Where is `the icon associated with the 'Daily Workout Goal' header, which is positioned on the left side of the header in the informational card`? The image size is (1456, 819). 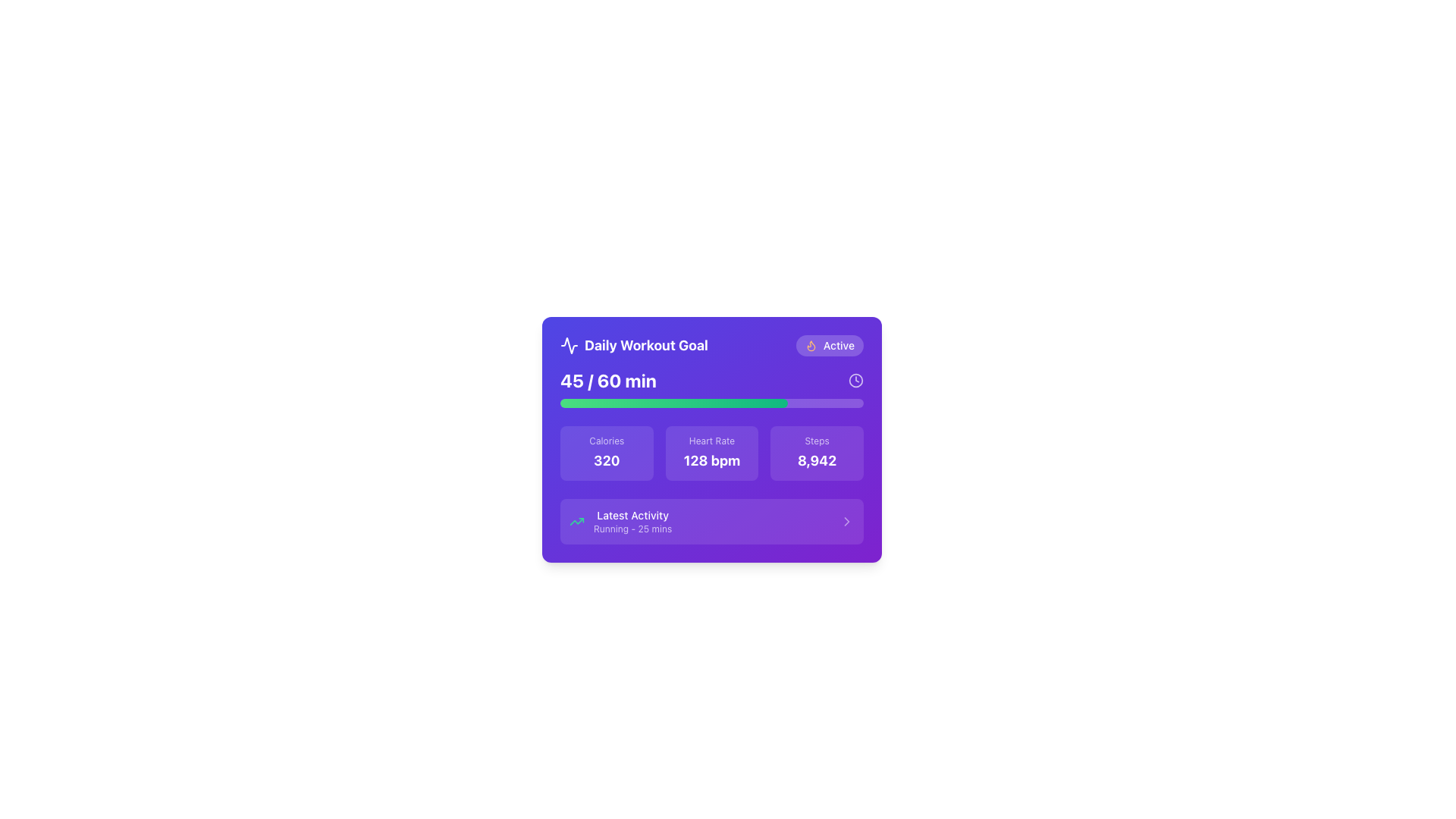
the icon associated with the 'Daily Workout Goal' header, which is positioned on the left side of the header in the informational card is located at coordinates (568, 345).